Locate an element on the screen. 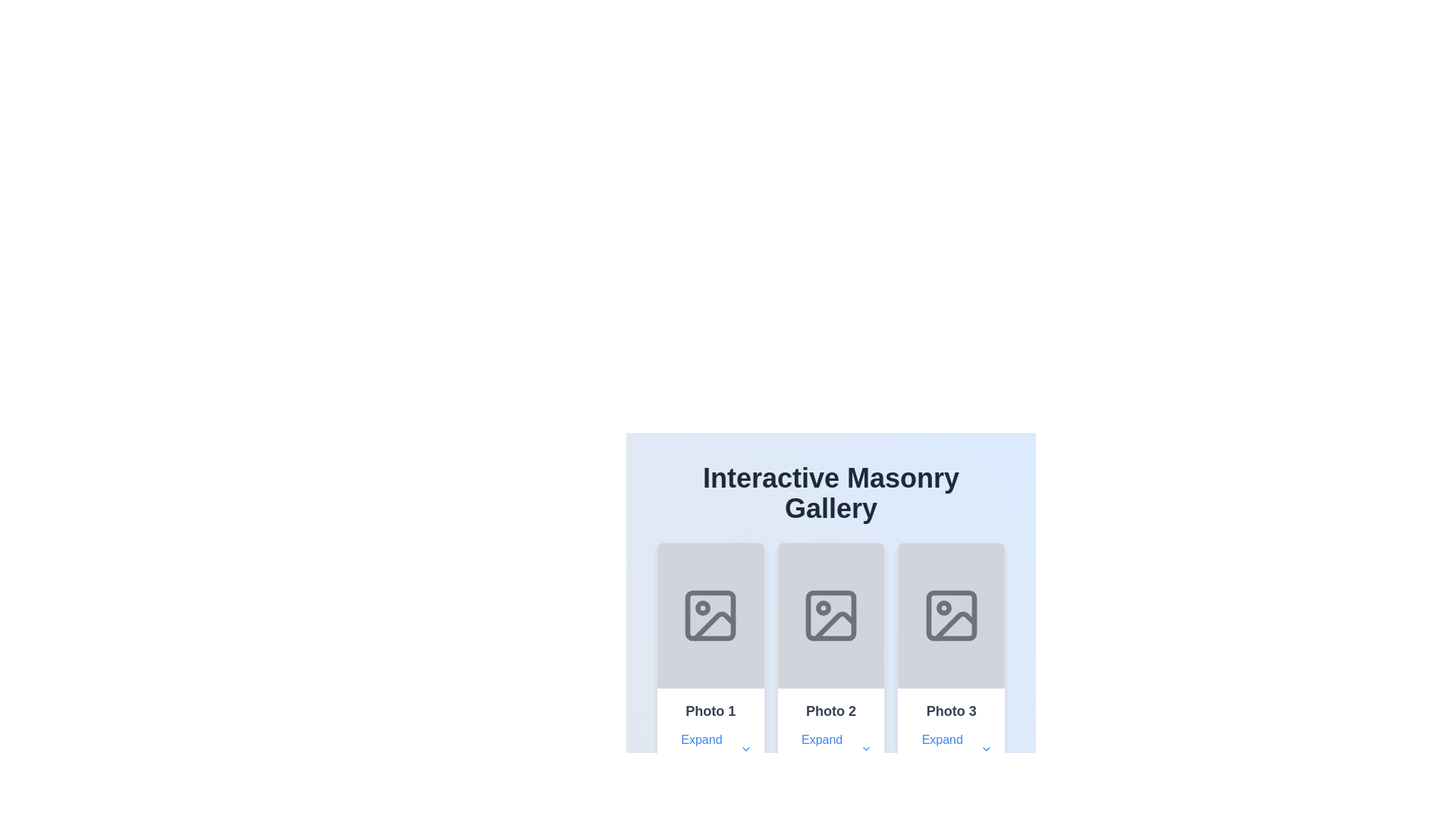 Image resolution: width=1456 pixels, height=819 pixels. the text label displaying 'Photo 1' in bold gray font, positioned above a blue 'Expand' link and located on the leftmost side of three horizontally aligned containers is located at coordinates (710, 711).